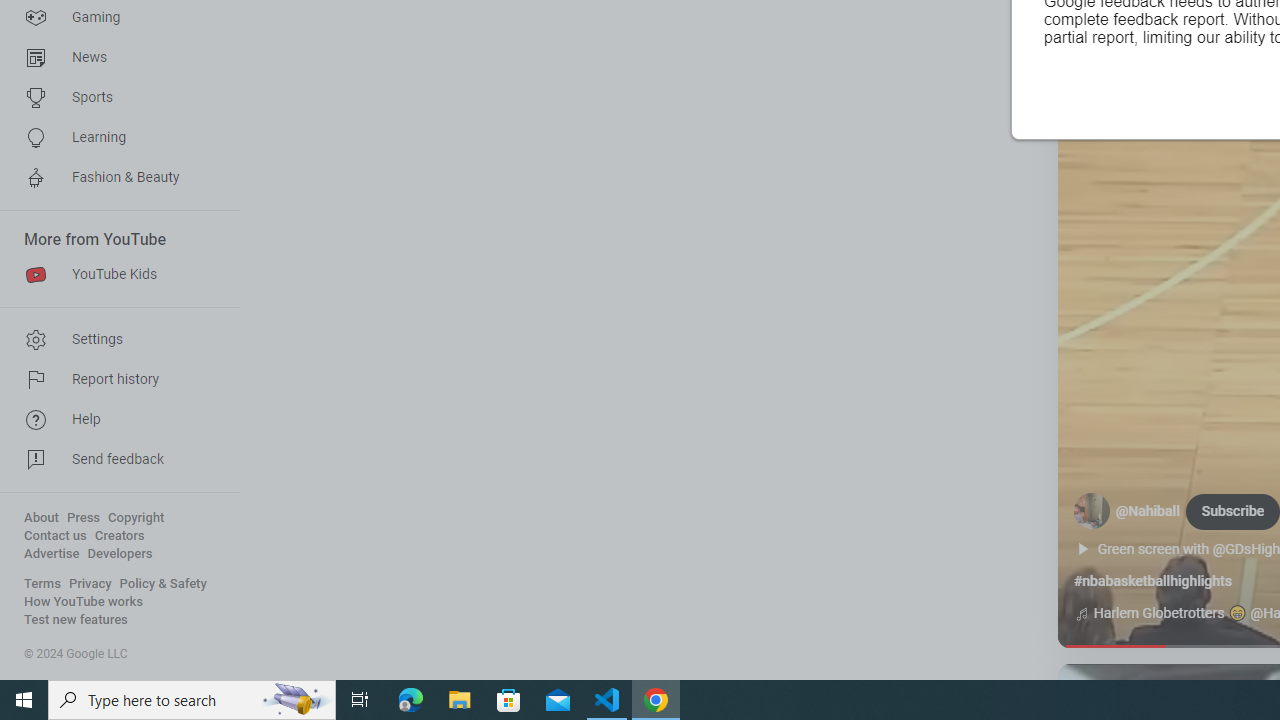  I want to click on 'Test new features', so click(76, 619).